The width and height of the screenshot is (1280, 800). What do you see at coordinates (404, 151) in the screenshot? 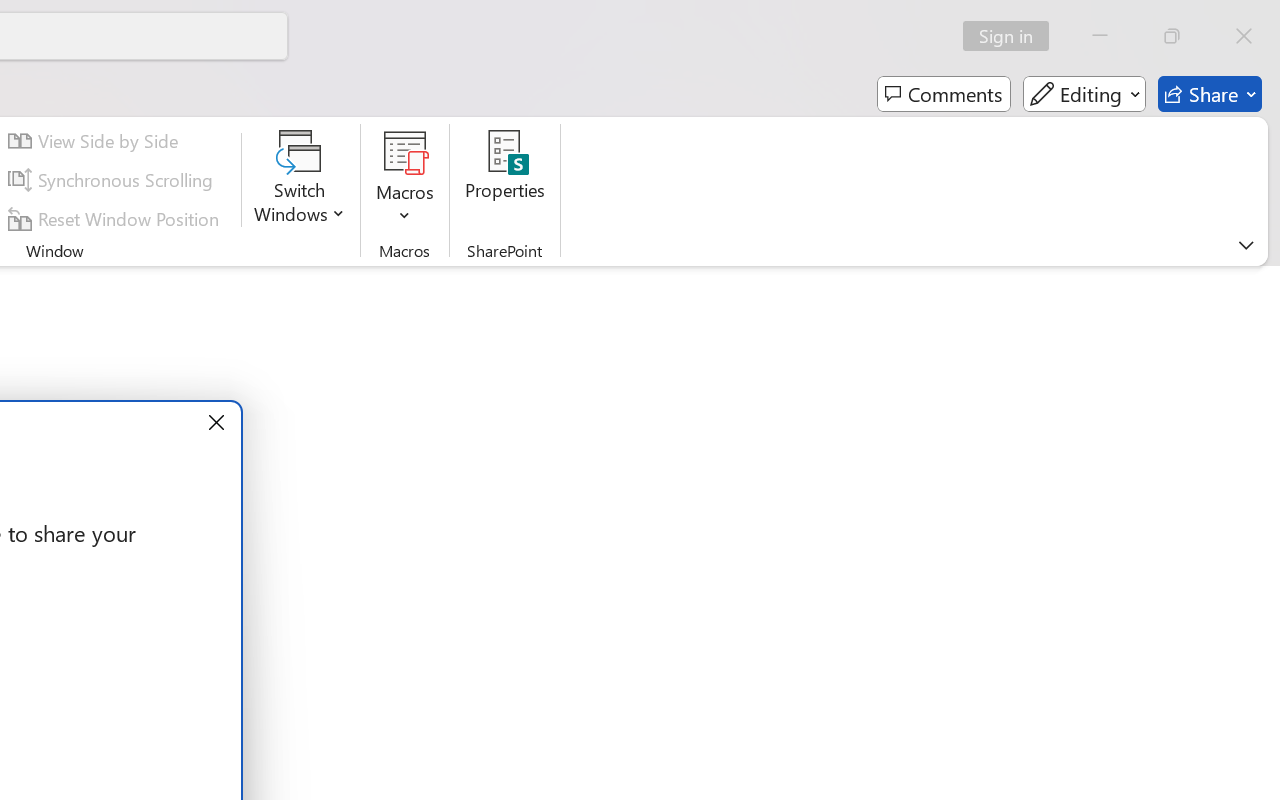
I see `'View Macros'` at bounding box center [404, 151].